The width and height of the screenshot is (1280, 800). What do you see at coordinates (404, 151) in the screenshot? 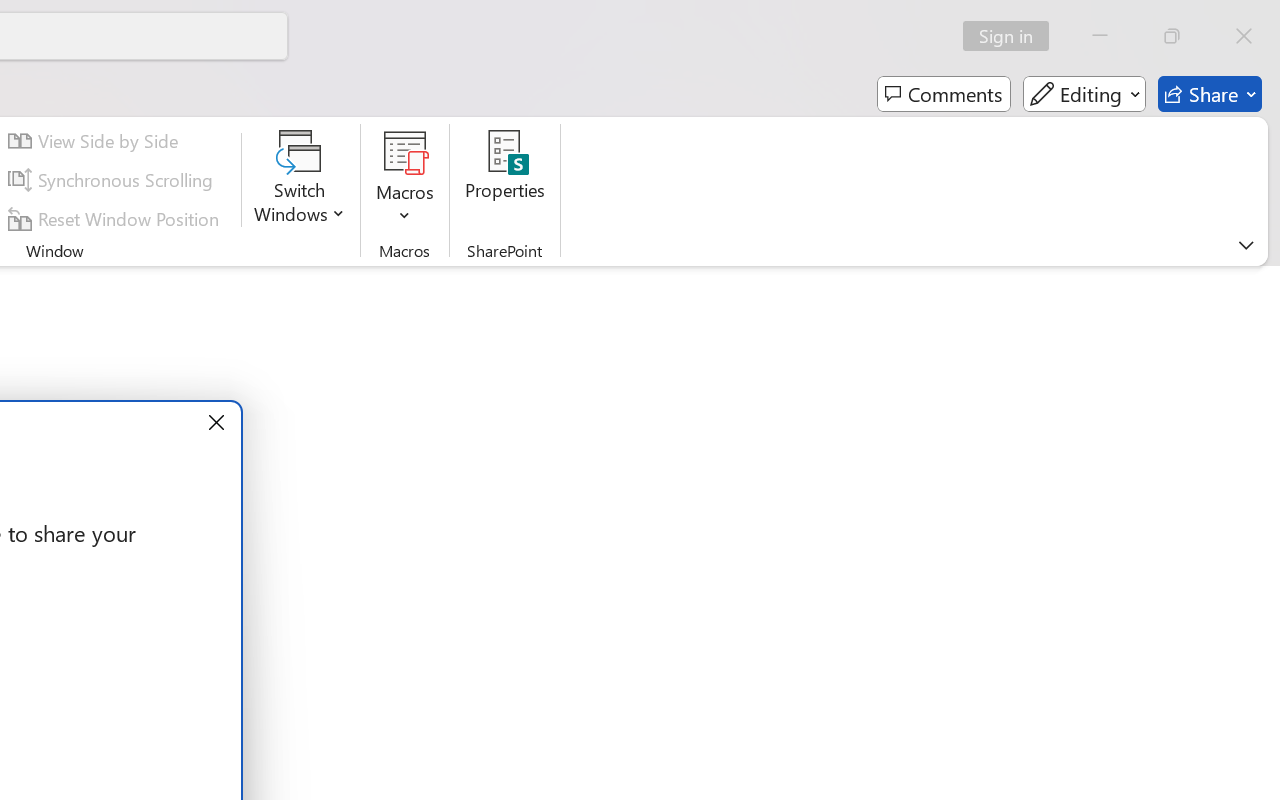
I see `'View Macros'` at bounding box center [404, 151].